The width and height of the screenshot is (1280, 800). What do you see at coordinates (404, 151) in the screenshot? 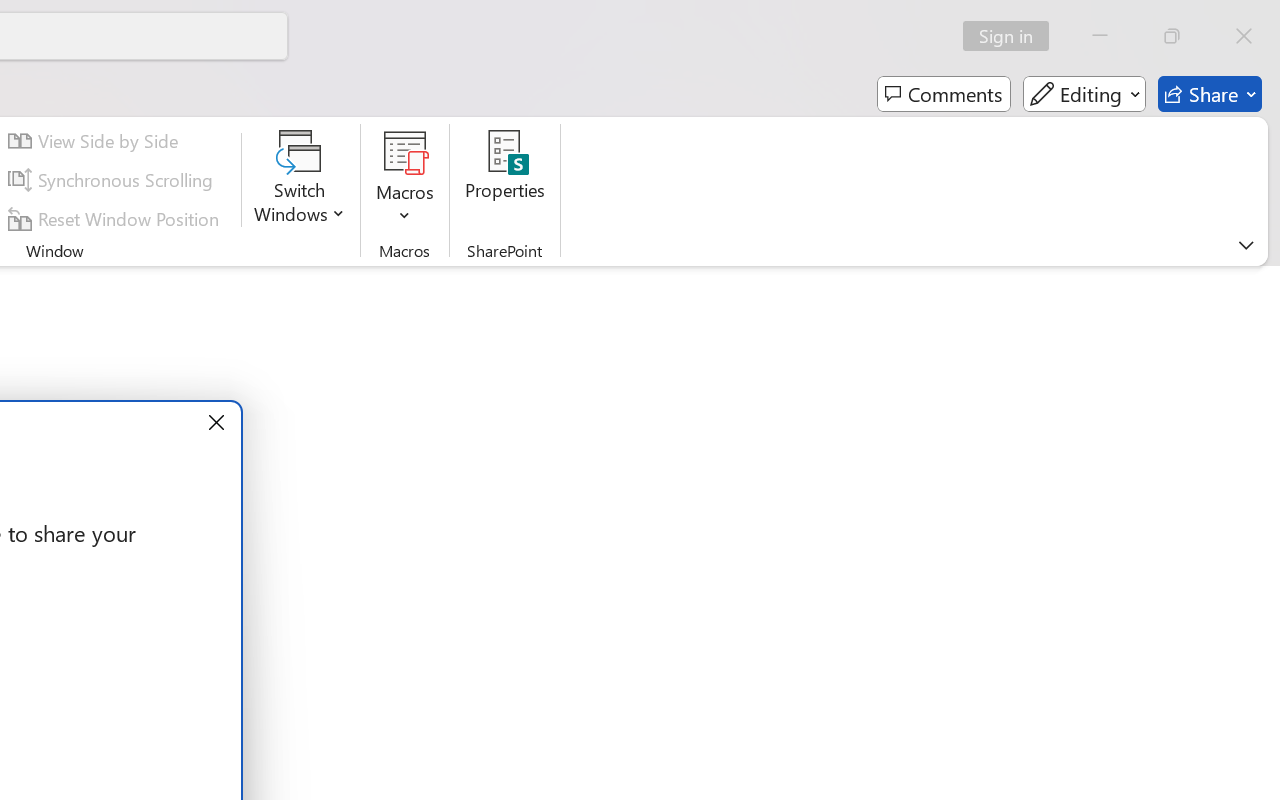
I see `'View Macros'` at bounding box center [404, 151].